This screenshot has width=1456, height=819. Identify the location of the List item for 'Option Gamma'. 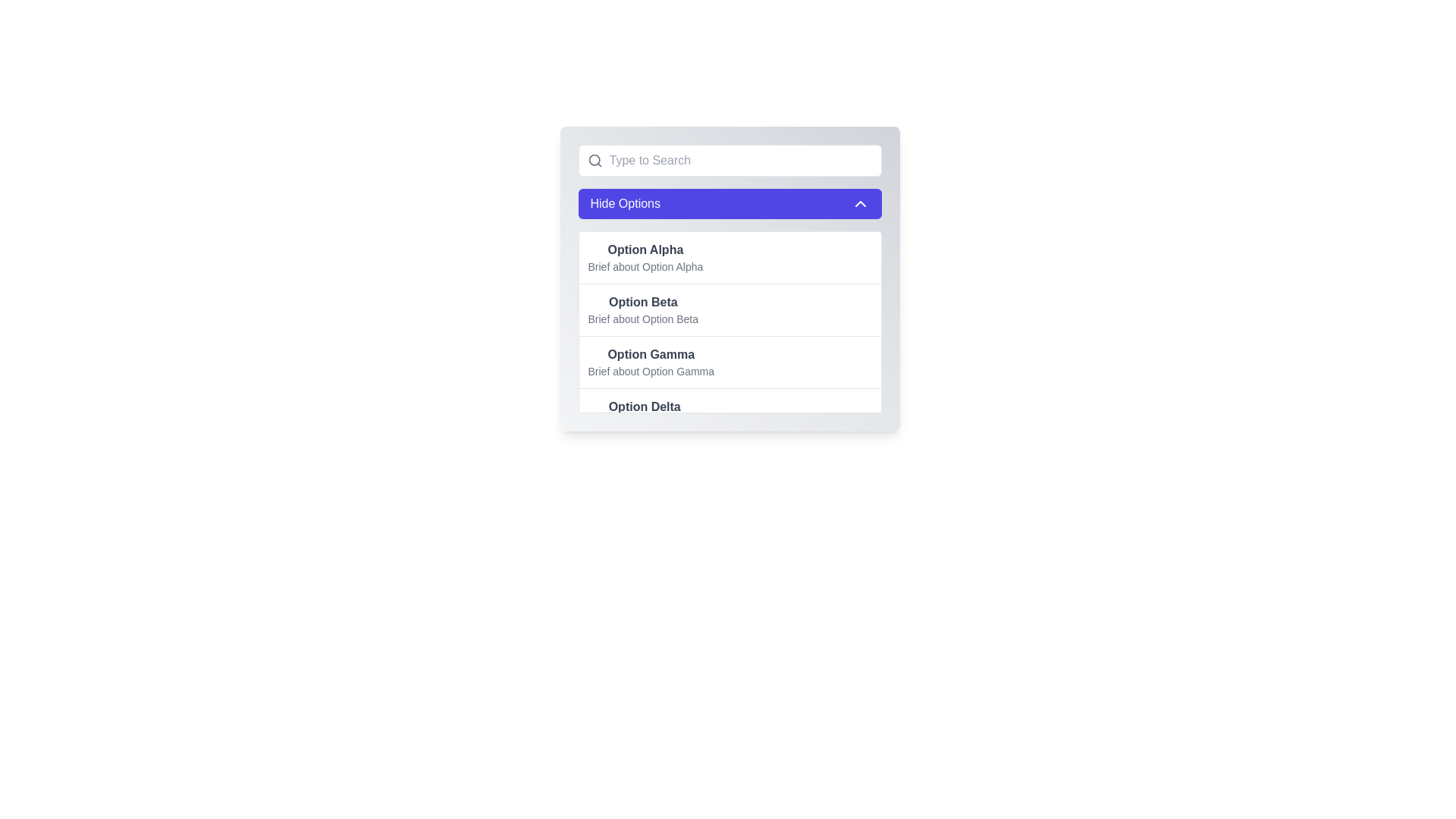
(651, 362).